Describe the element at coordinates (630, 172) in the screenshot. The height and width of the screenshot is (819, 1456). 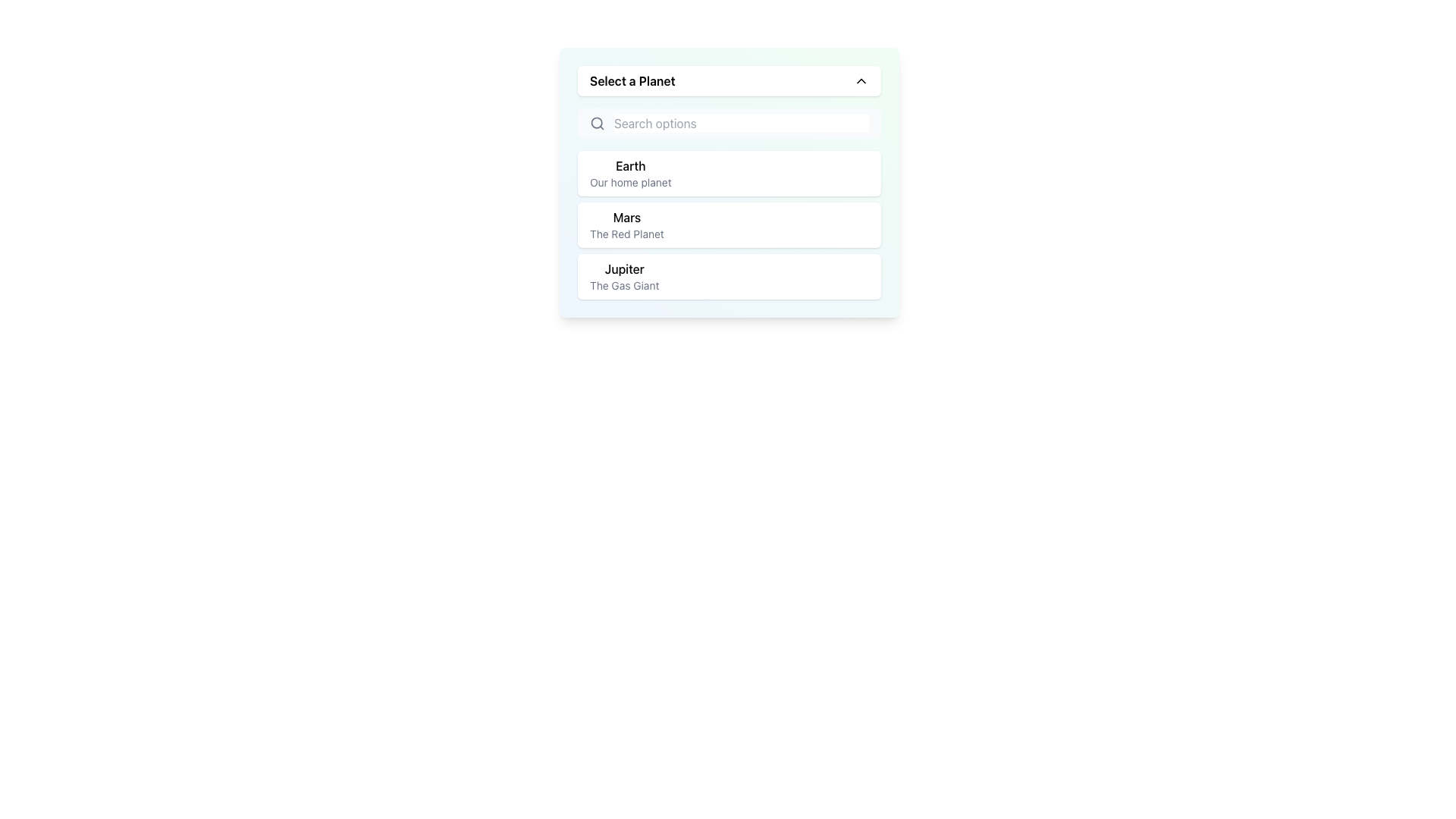
I see `the first entry in the dropdown list under 'Select a Planet', which is the Text label containing the title 'Earth' and subtitle 'Our home planet'` at that location.